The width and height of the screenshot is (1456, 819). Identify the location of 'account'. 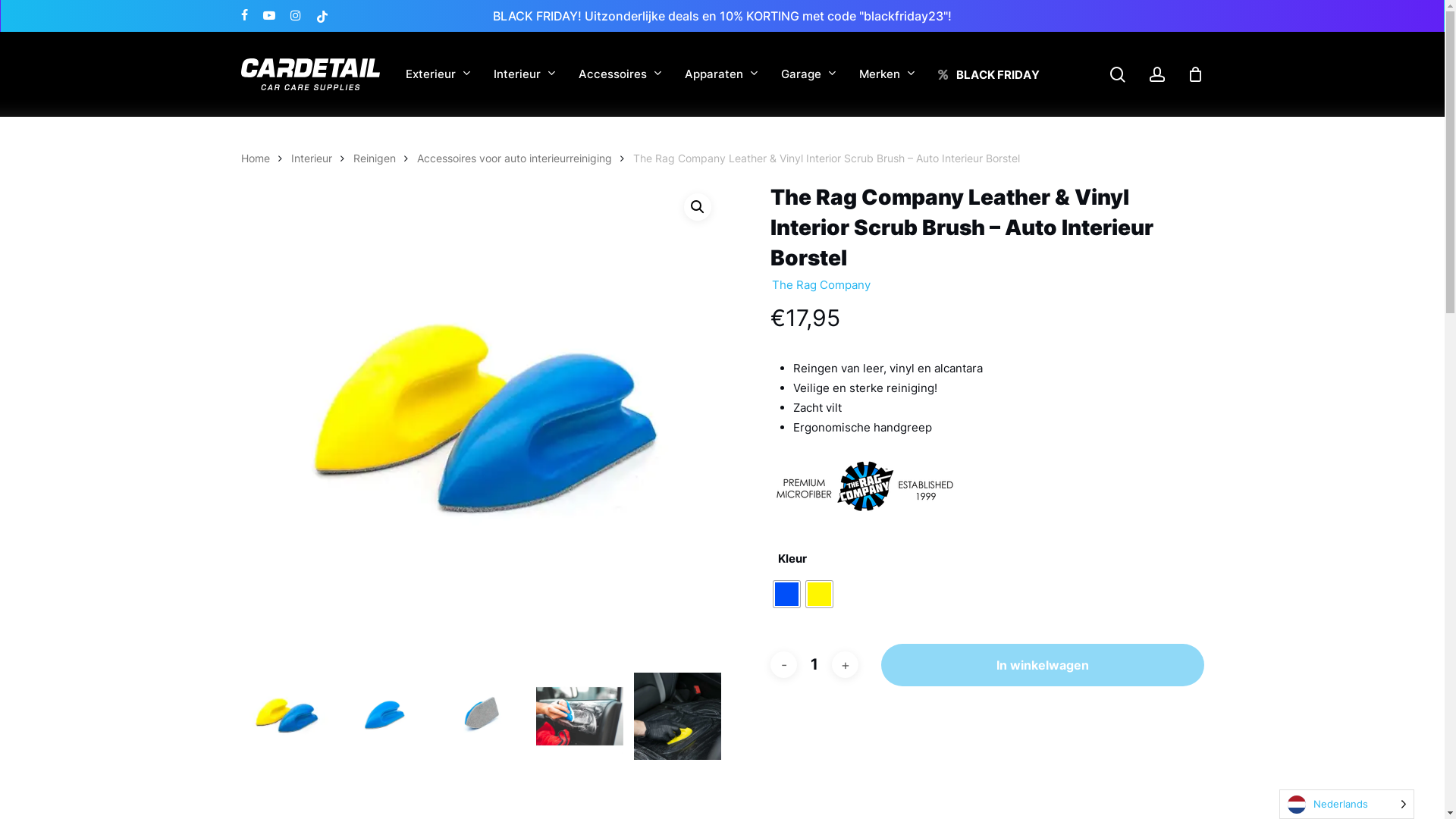
(1147, 74).